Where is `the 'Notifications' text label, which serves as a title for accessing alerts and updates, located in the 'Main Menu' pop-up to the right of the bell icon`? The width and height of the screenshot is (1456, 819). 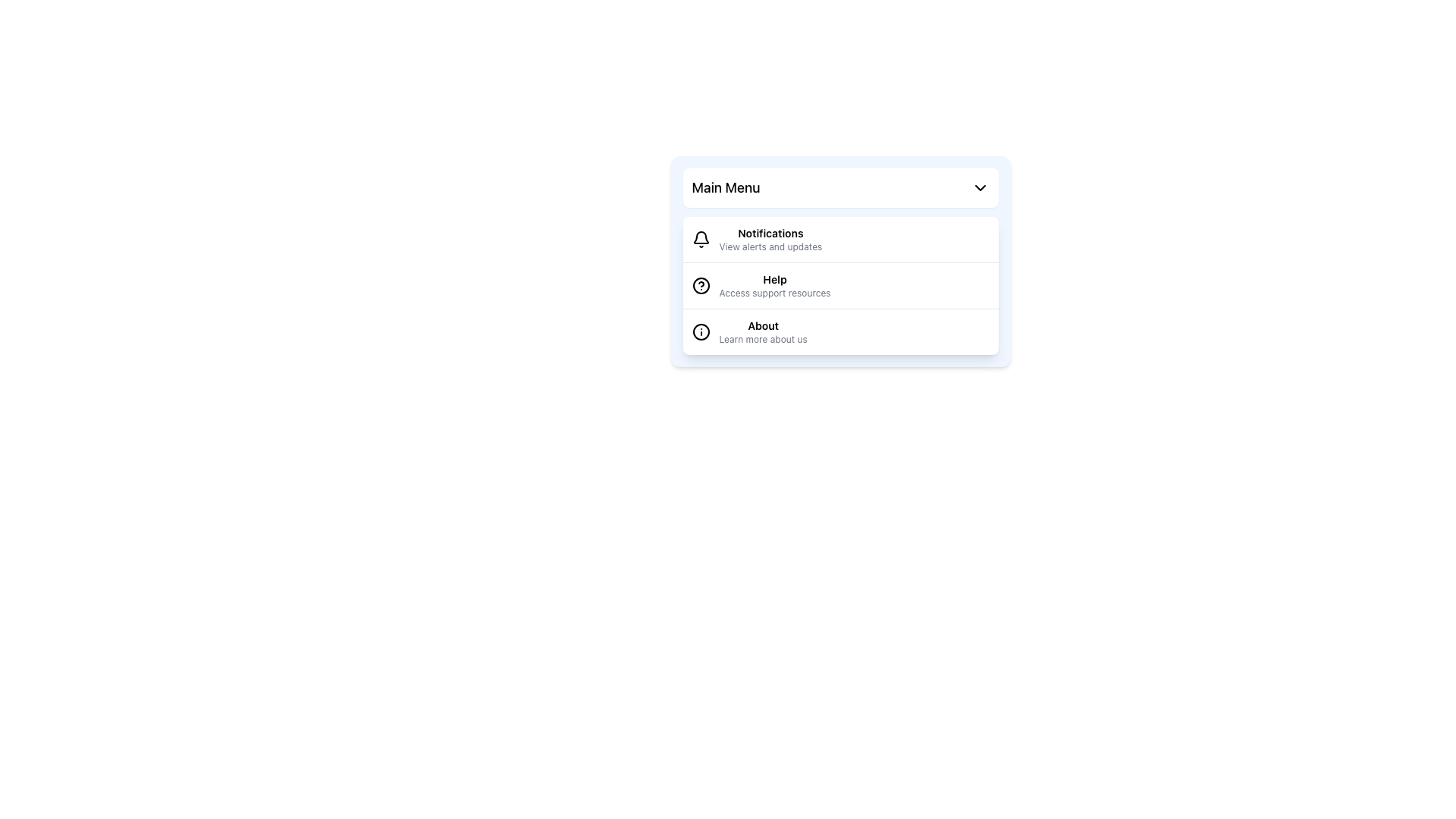
the 'Notifications' text label, which serves as a title for accessing alerts and updates, located in the 'Main Menu' pop-up to the right of the bell icon is located at coordinates (770, 239).